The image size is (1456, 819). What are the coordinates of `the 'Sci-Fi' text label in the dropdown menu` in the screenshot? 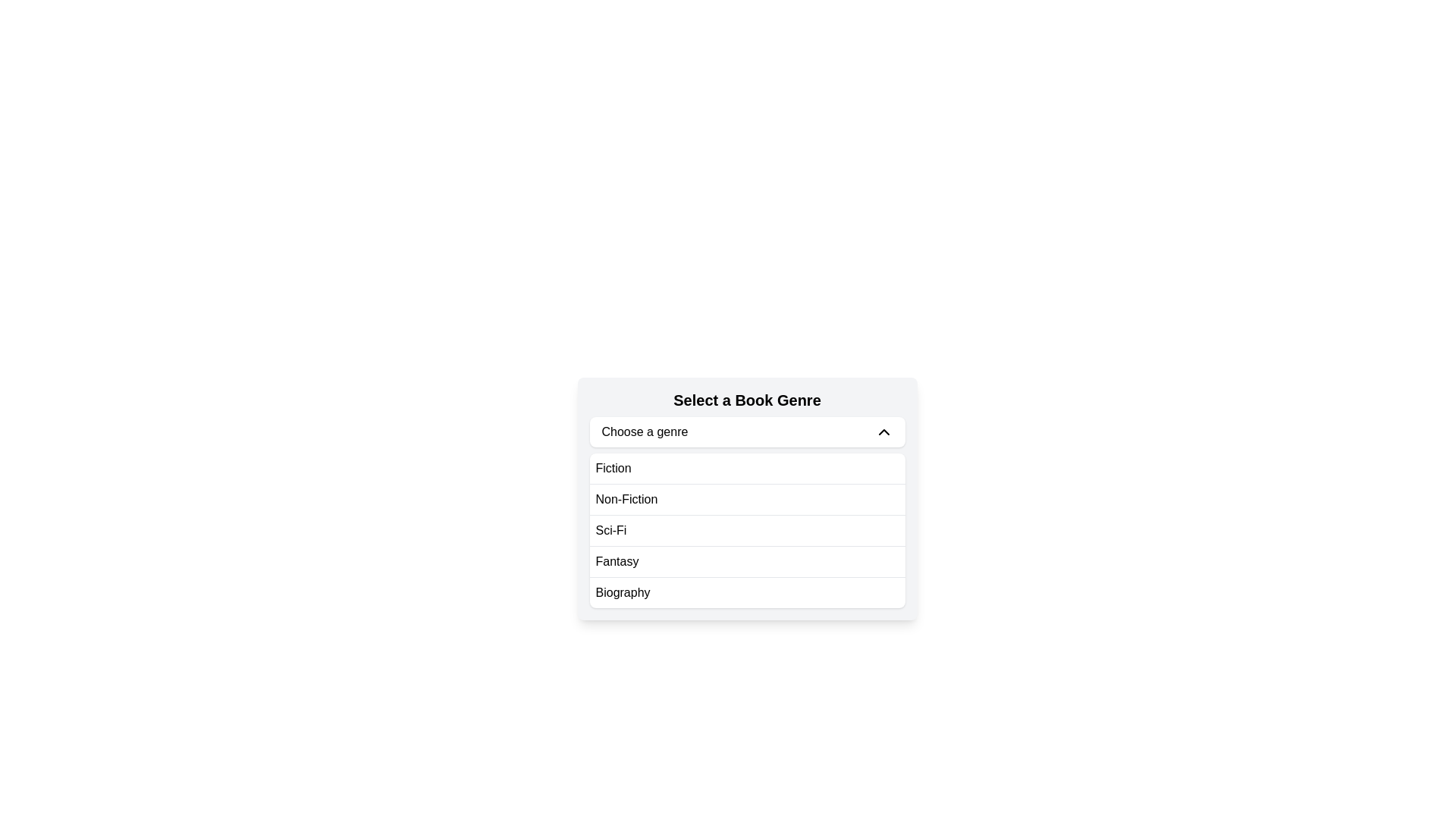 It's located at (611, 529).